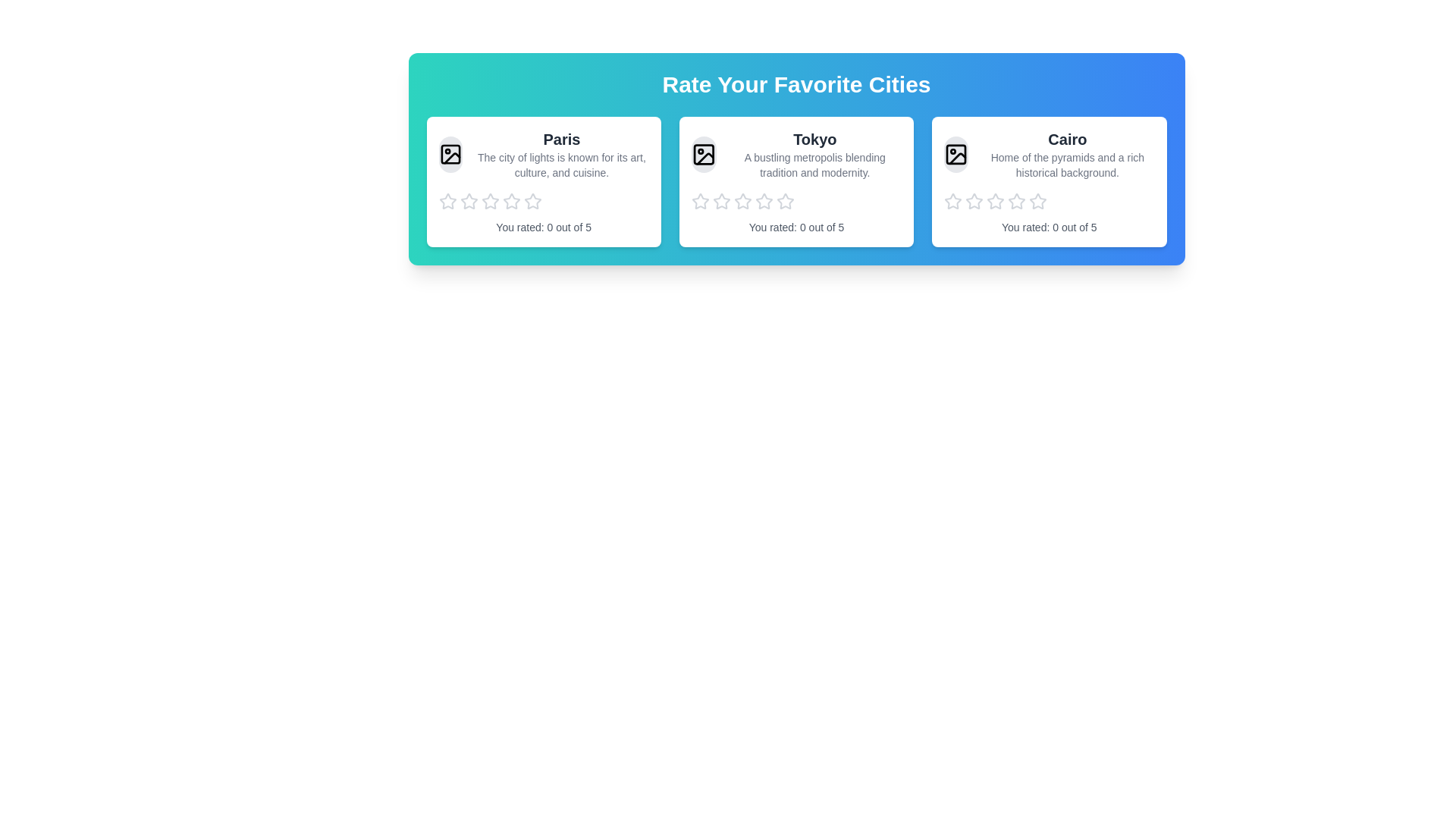 This screenshot has width=1456, height=819. I want to click on the circular icon representing an image placeholder with a light gray background and a picture frame illustration, located at the top left corner of the 'Paris' card under the 'Rate Your Favorite Cities' header, so click(450, 155).